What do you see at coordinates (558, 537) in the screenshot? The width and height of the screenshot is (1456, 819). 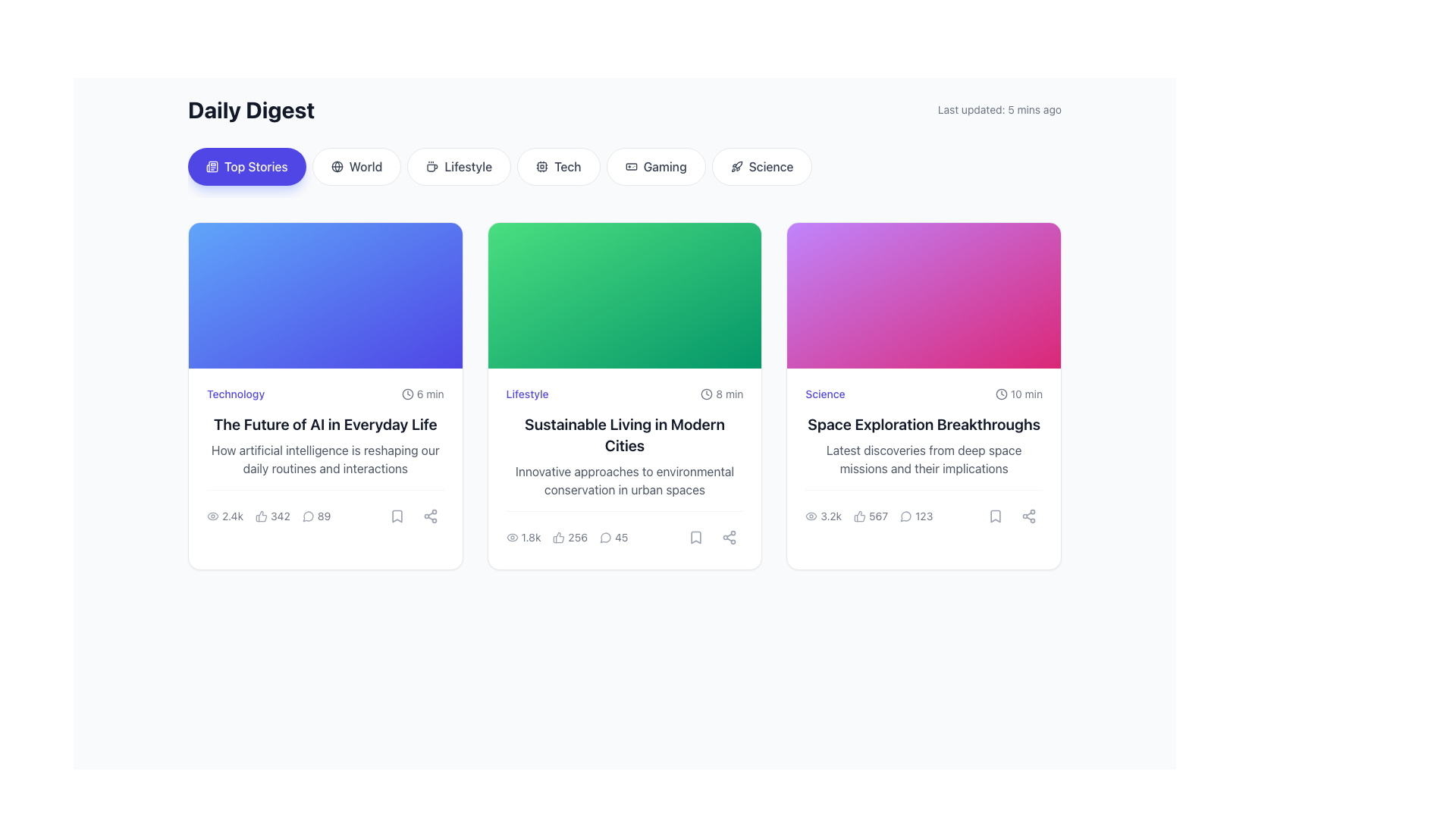 I see `the thumbs-up icon located in the lower section of the card titled 'Sustainable Living in Modern Cities', just before the text '256' that indicates the count of likes or approvals` at bounding box center [558, 537].